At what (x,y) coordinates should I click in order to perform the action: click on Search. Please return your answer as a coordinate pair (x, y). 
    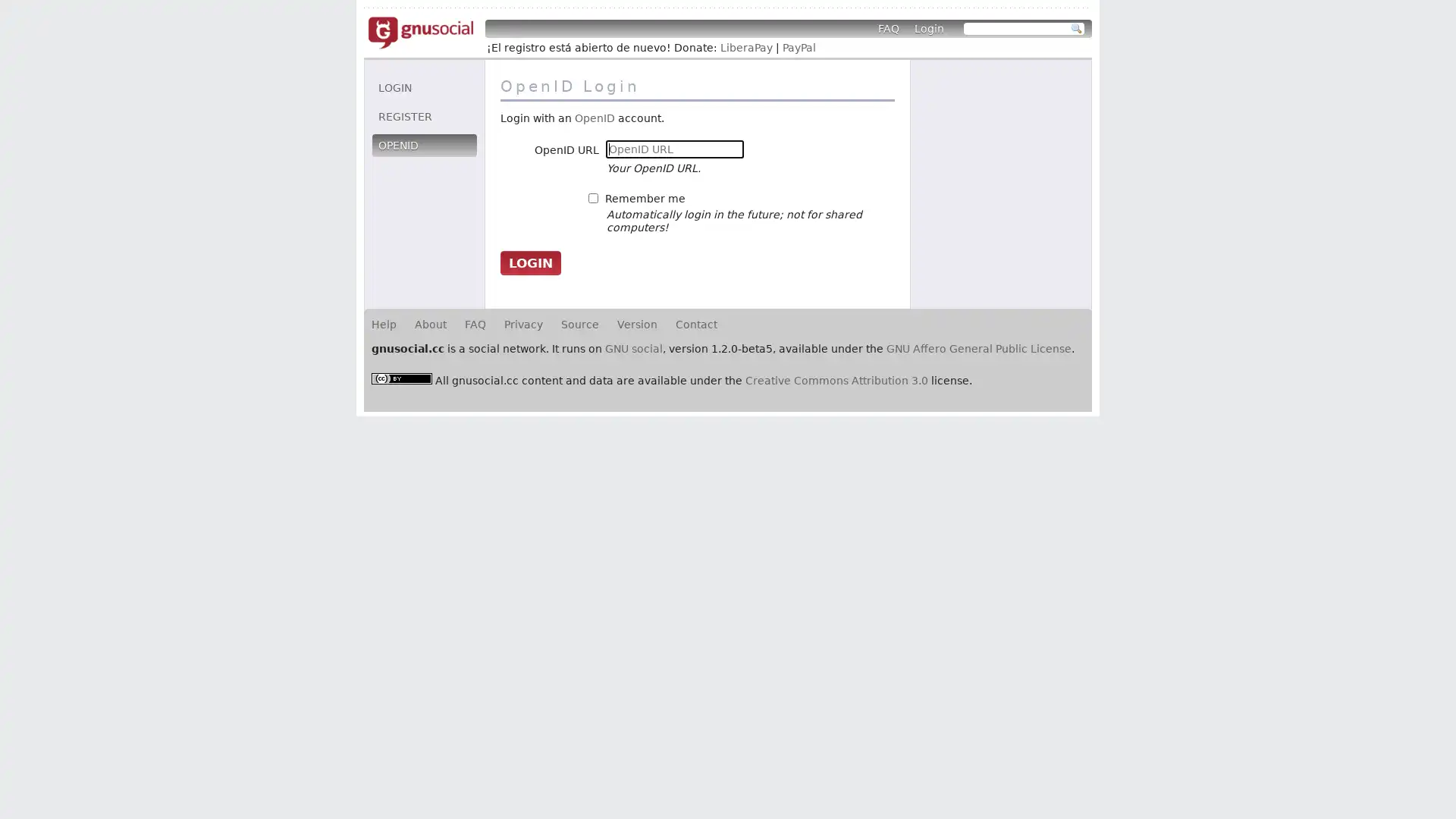
    Looking at the image, I should click on (1076, 29).